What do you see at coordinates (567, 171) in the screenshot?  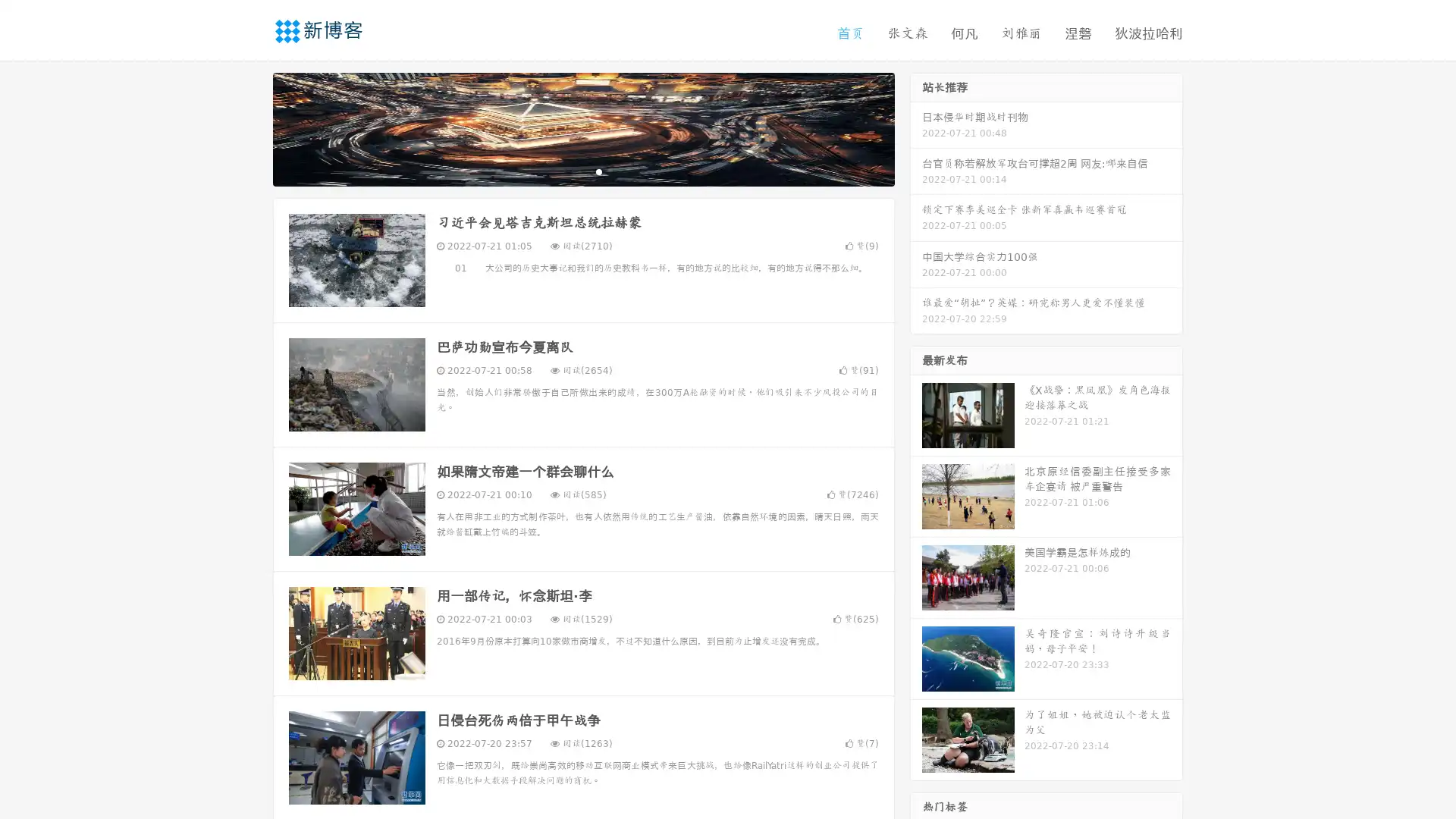 I see `Go to slide 1` at bounding box center [567, 171].